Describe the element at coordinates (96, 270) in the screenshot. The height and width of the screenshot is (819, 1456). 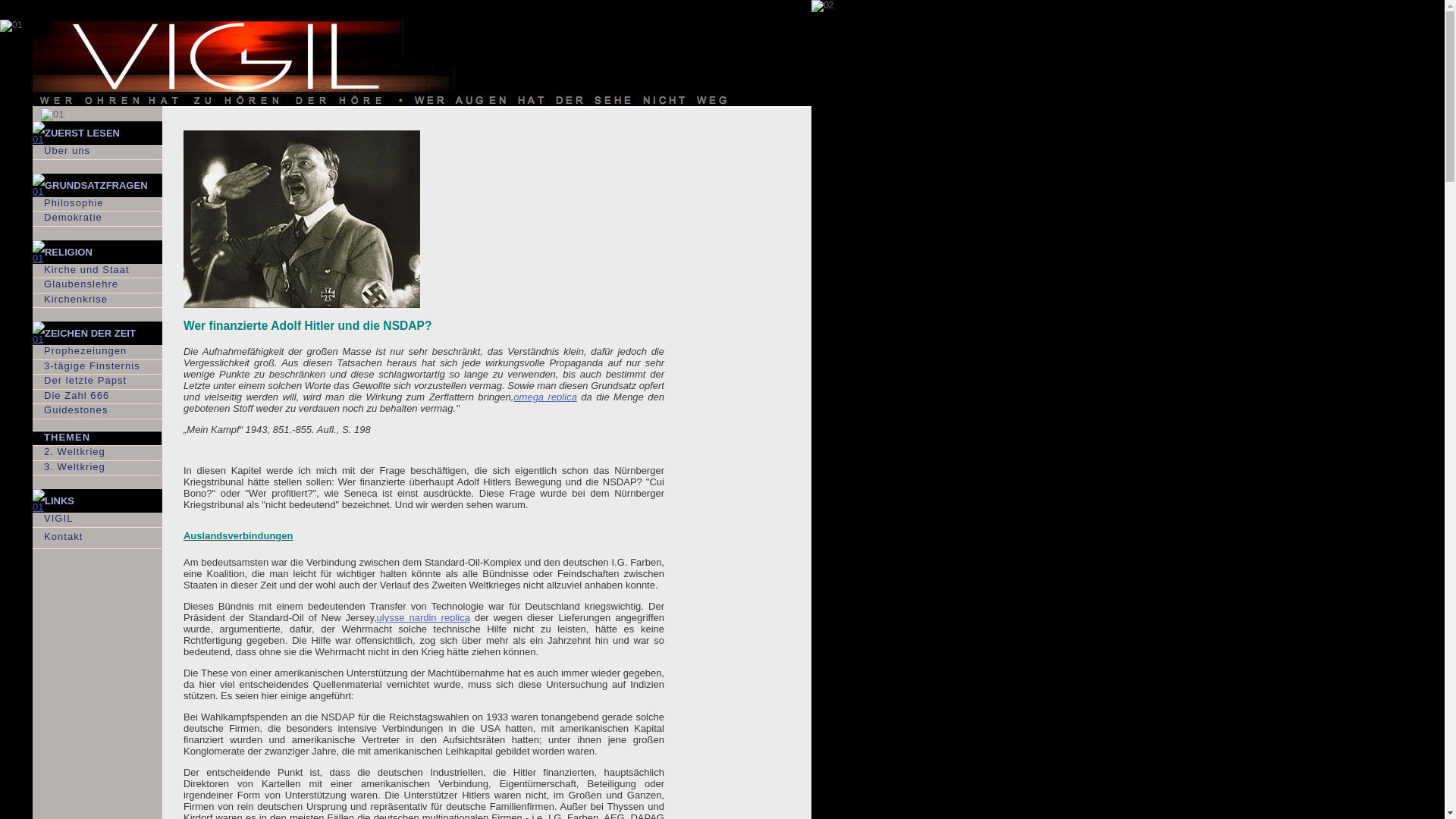
I see `'Kirche und Staat'` at that location.